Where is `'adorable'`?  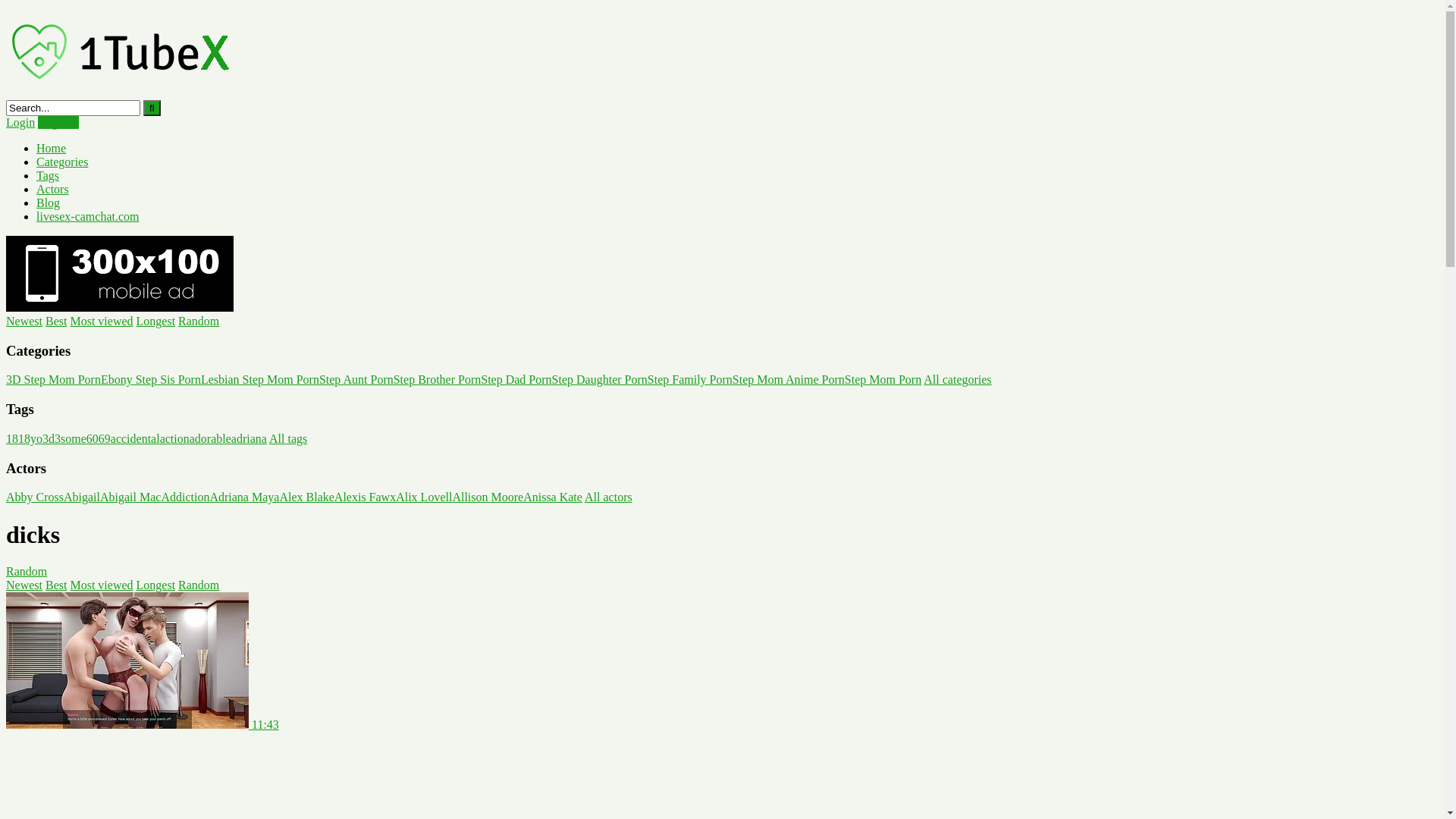 'adorable' is located at coordinates (209, 438).